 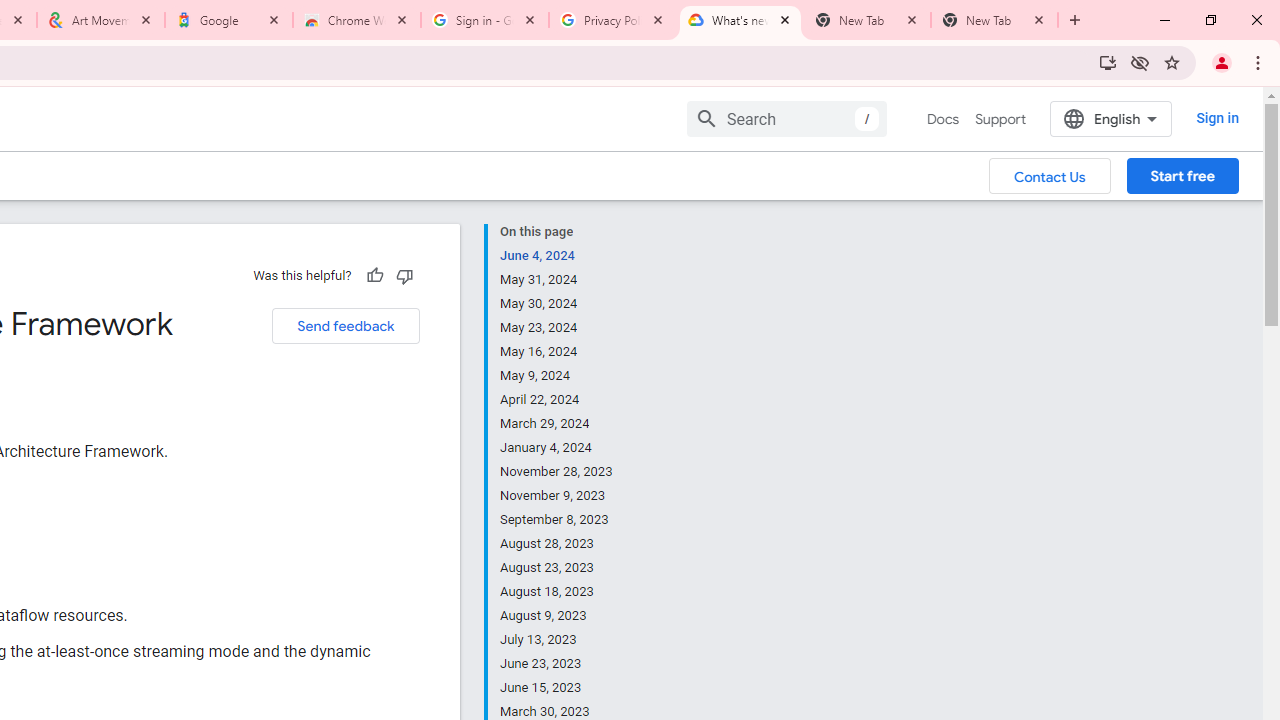 What do you see at coordinates (557, 664) in the screenshot?
I see `'June 23, 2023'` at bounding box center [557, 664].